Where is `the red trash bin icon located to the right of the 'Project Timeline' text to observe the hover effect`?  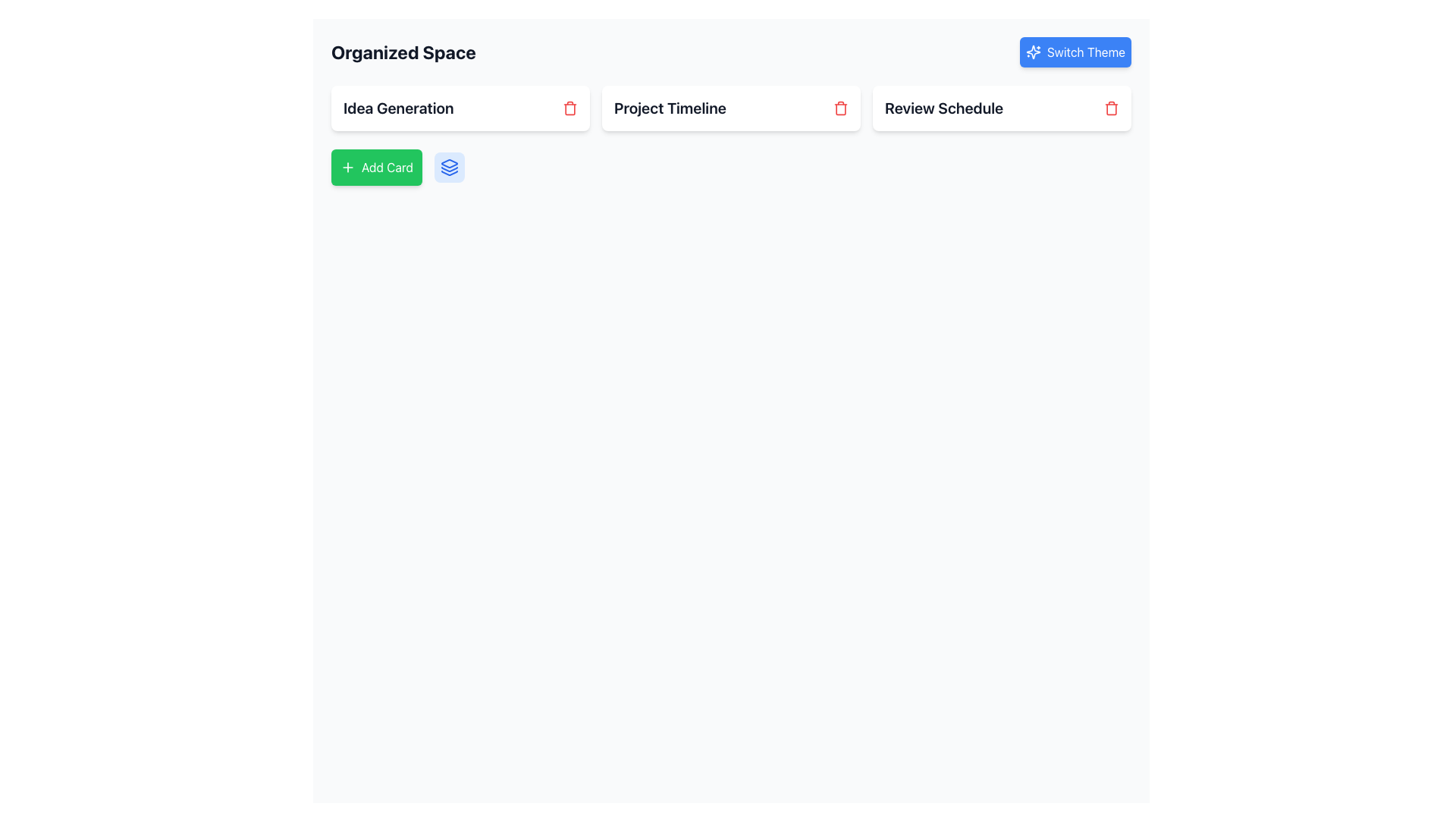
the red trash bin icon located to the right of the 'Project Timeline' text to observe the hover effect is located at coordinates (839, 107).